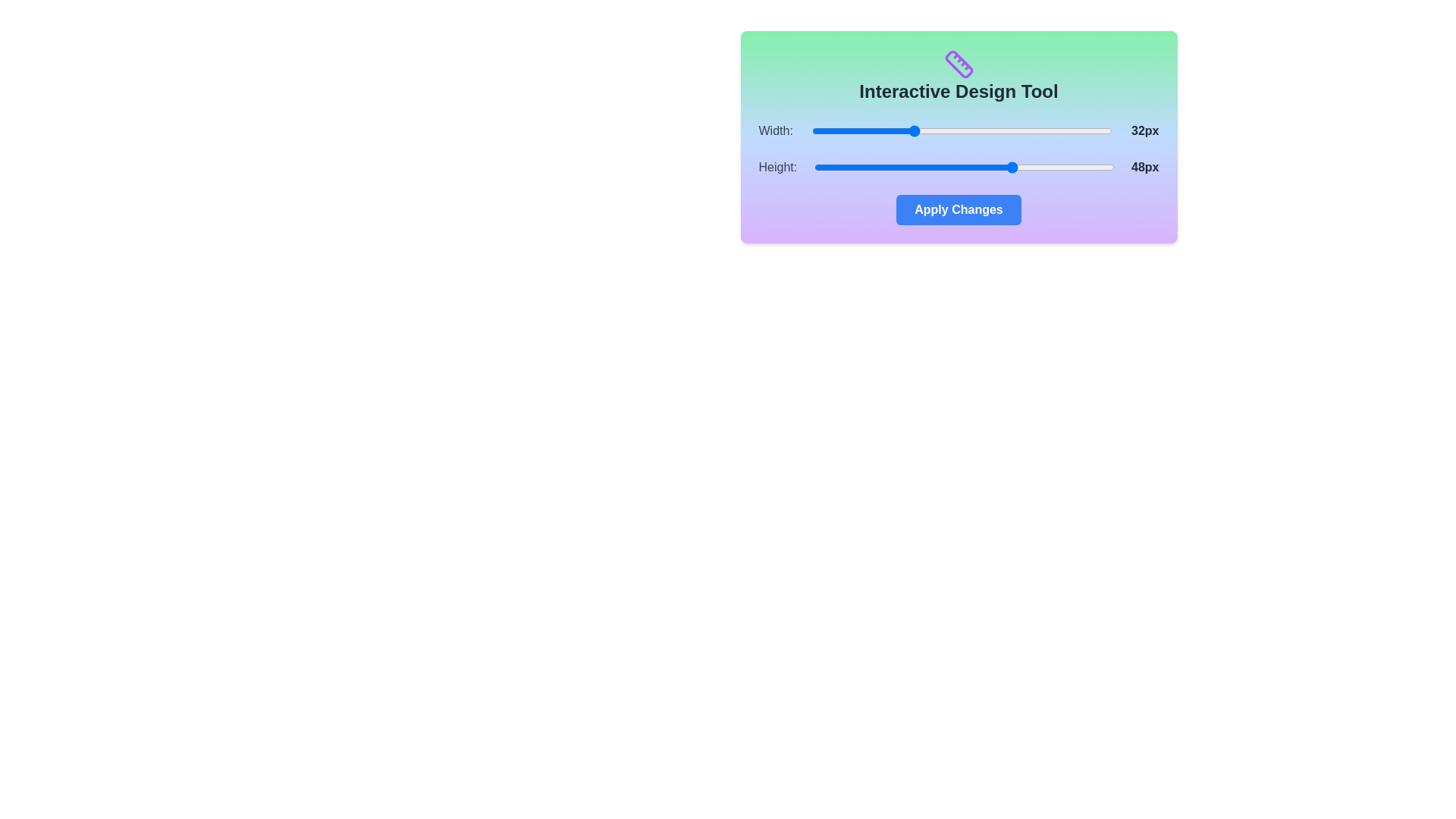 This screenshot has height=819, width=1456. What do you see at coordinates (858, 167) in the screenshot?
I see `the 'Height' slider to set its value to 23` at bounding box center [858, 167].